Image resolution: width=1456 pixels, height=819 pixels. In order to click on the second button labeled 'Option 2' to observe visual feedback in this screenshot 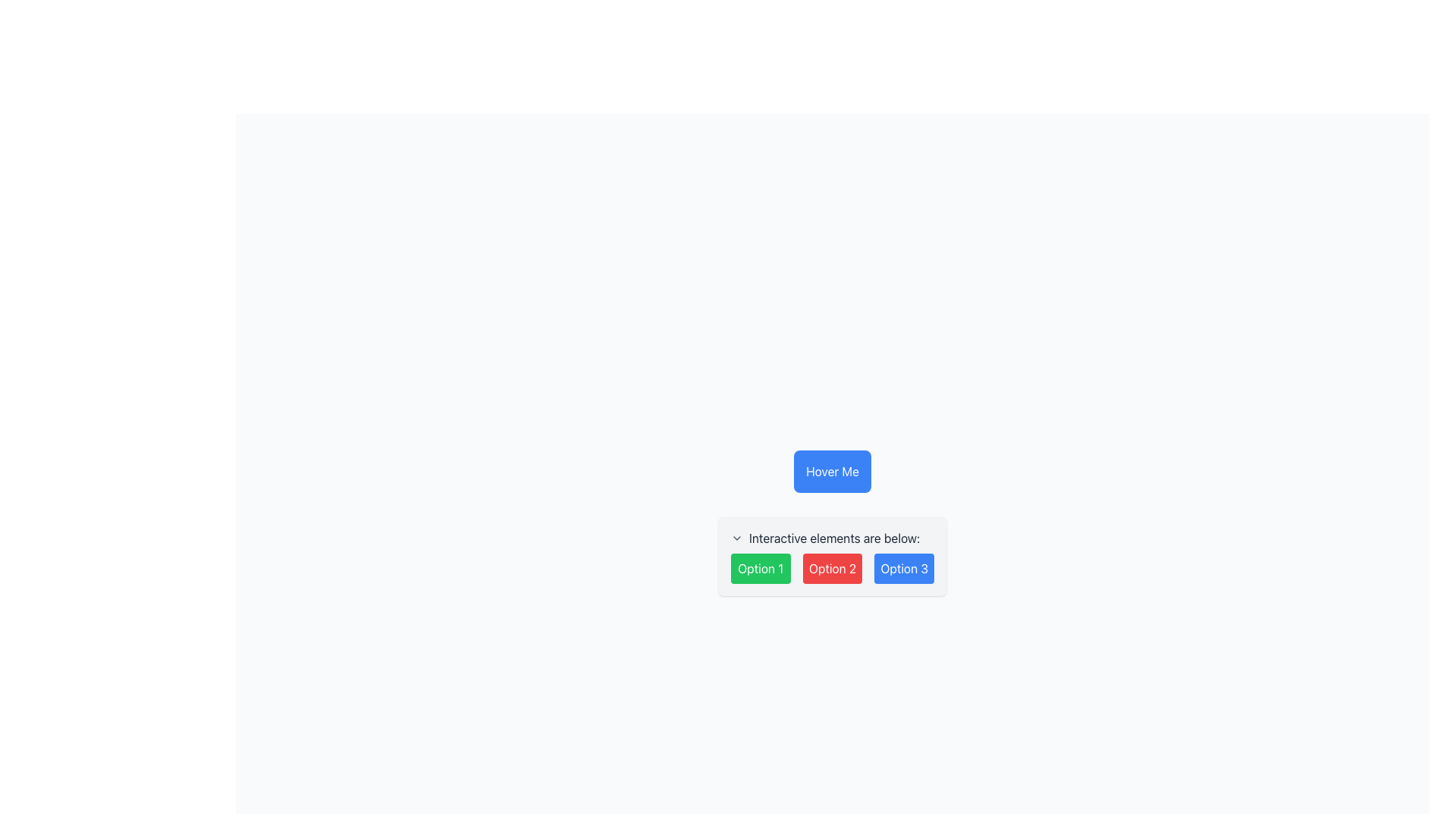, I will do `click(832, 568)`.